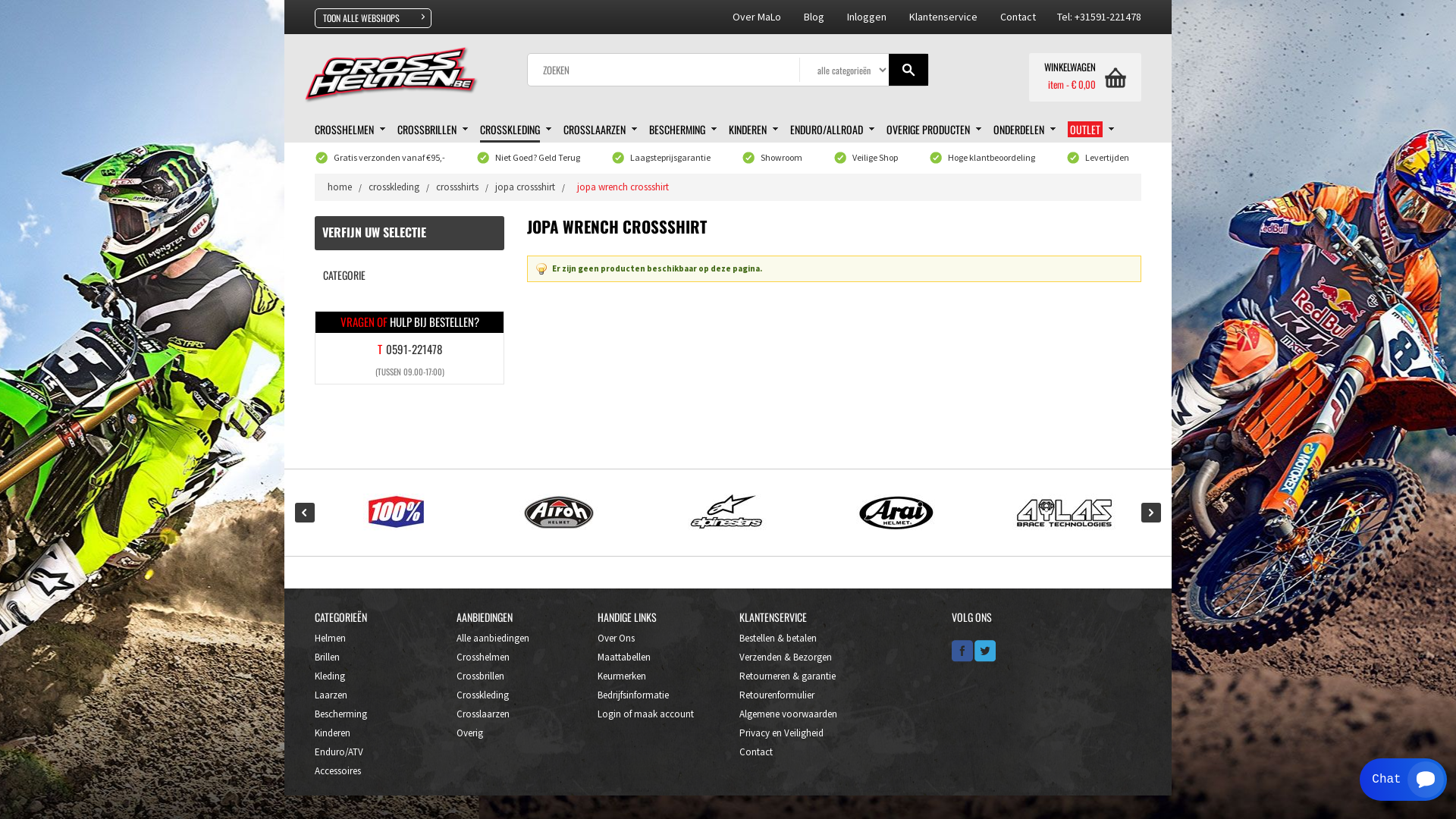  What do you see at coordinates (429, 186) in the screenshot?
I see `'crossshirts'` at bounding box center [429, 186].